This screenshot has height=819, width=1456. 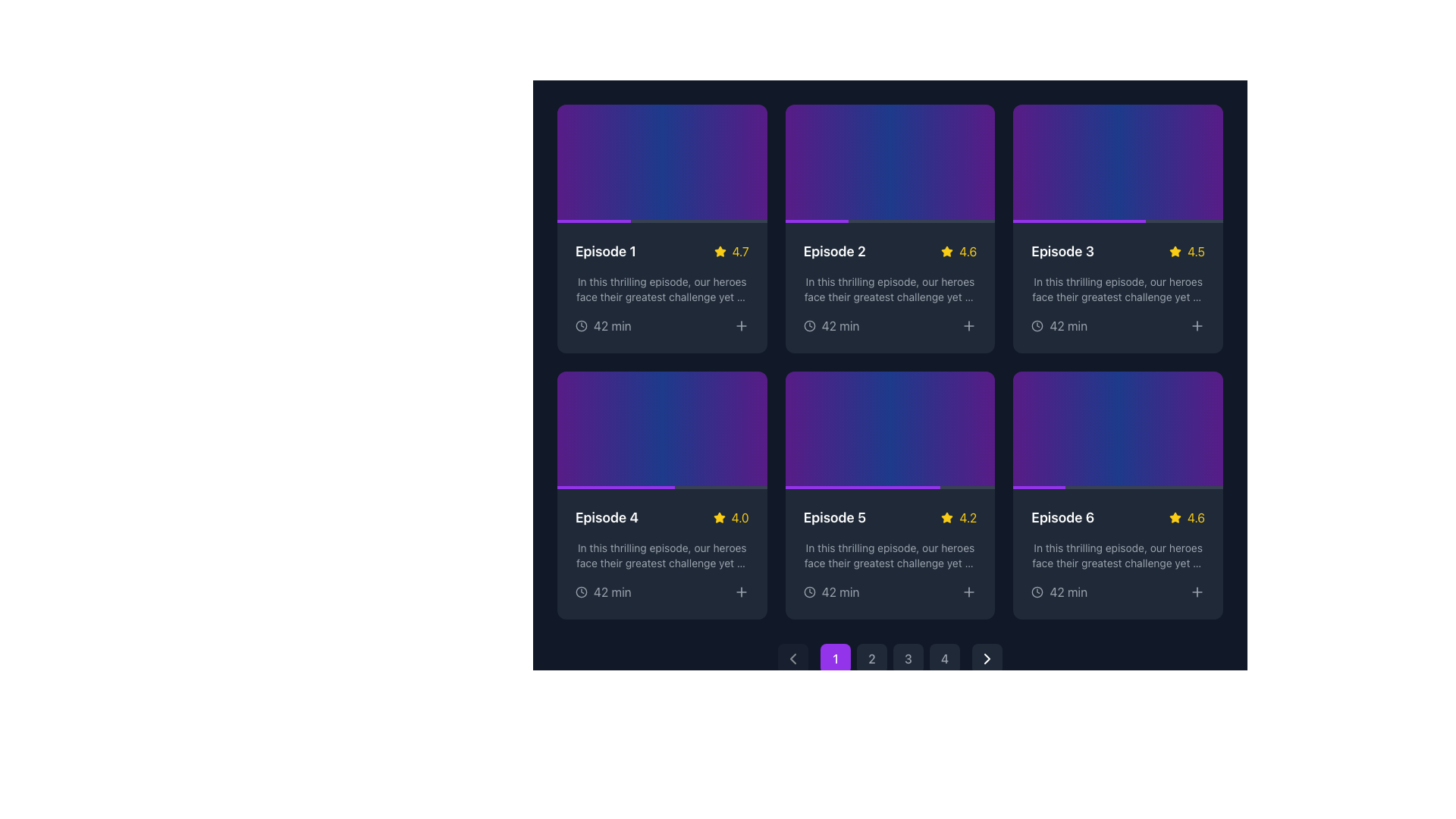 What do you see at coordinates (662, 495) in the screenshot?
I see `the episode card component, which displays the episode title, rating, description, and duration, located in the fourth position of a grid layout` at bounding box center [662, 495].